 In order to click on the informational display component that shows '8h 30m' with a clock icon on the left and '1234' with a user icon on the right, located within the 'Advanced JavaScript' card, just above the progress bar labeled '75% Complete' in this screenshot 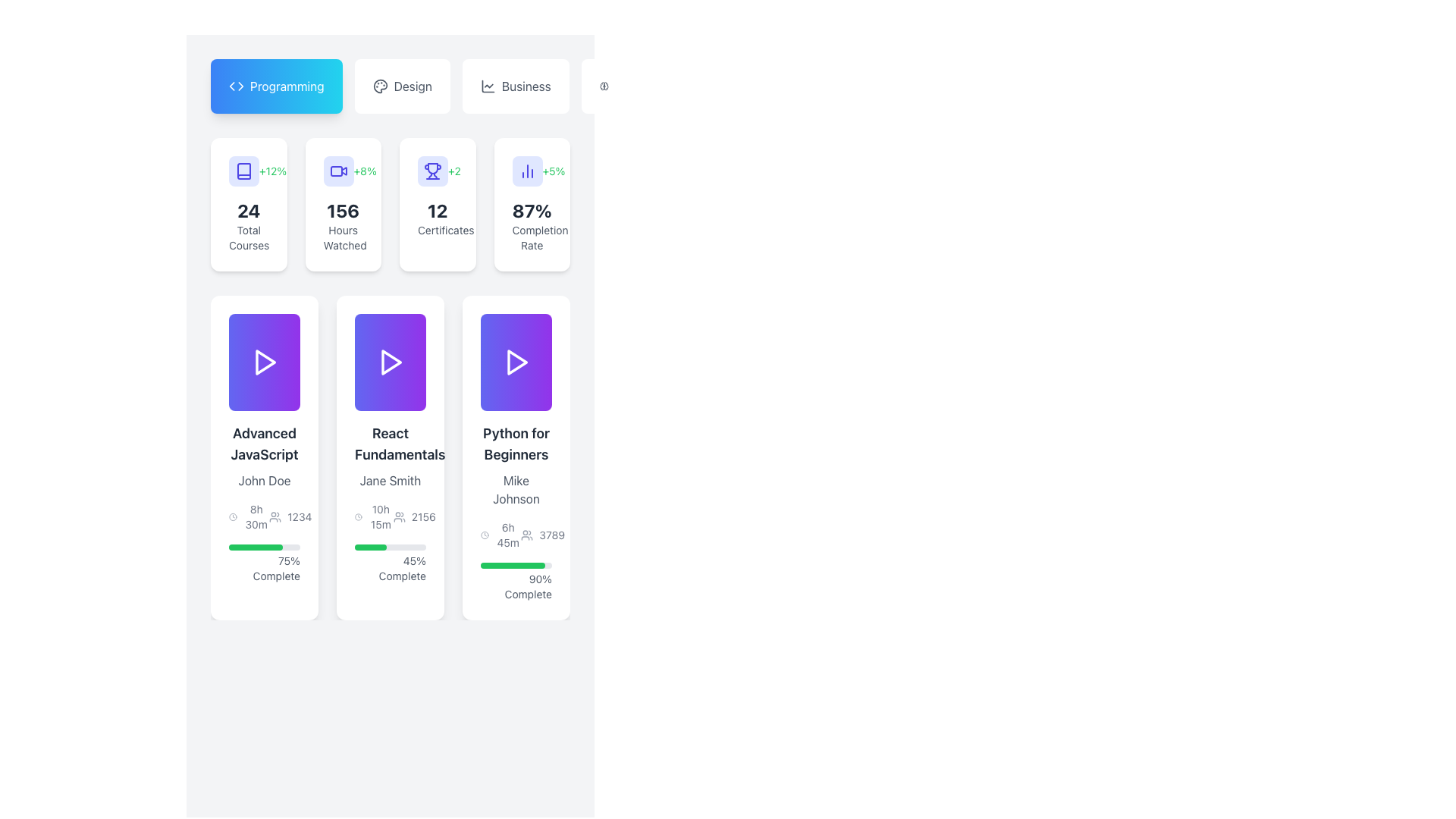, I will do `click(265, 516)`.